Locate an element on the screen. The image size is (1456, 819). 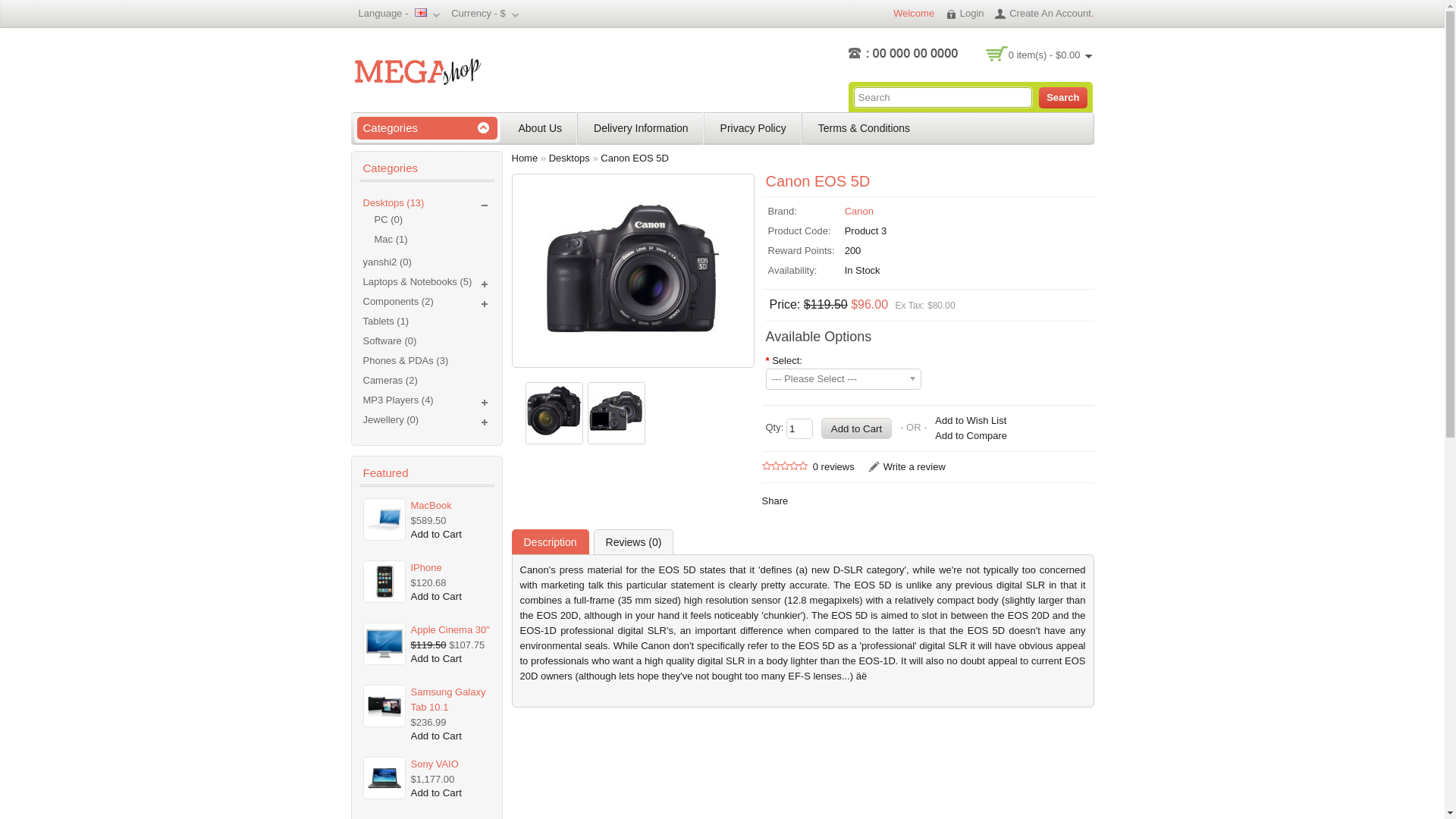
'Apple Cinema 30"' is located at coordinates (449, 629).